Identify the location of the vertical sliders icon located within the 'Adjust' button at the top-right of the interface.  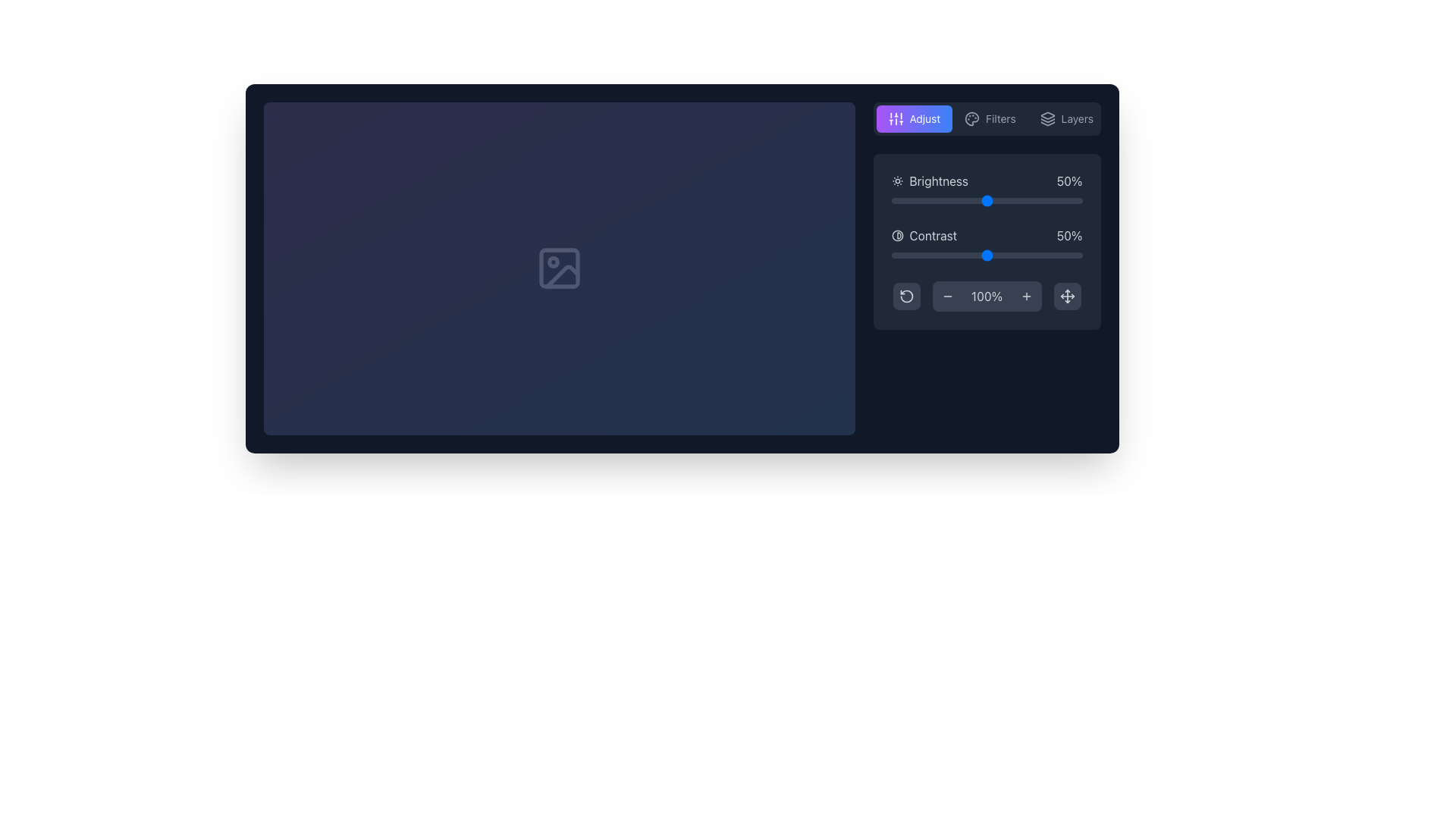
(896, 118).